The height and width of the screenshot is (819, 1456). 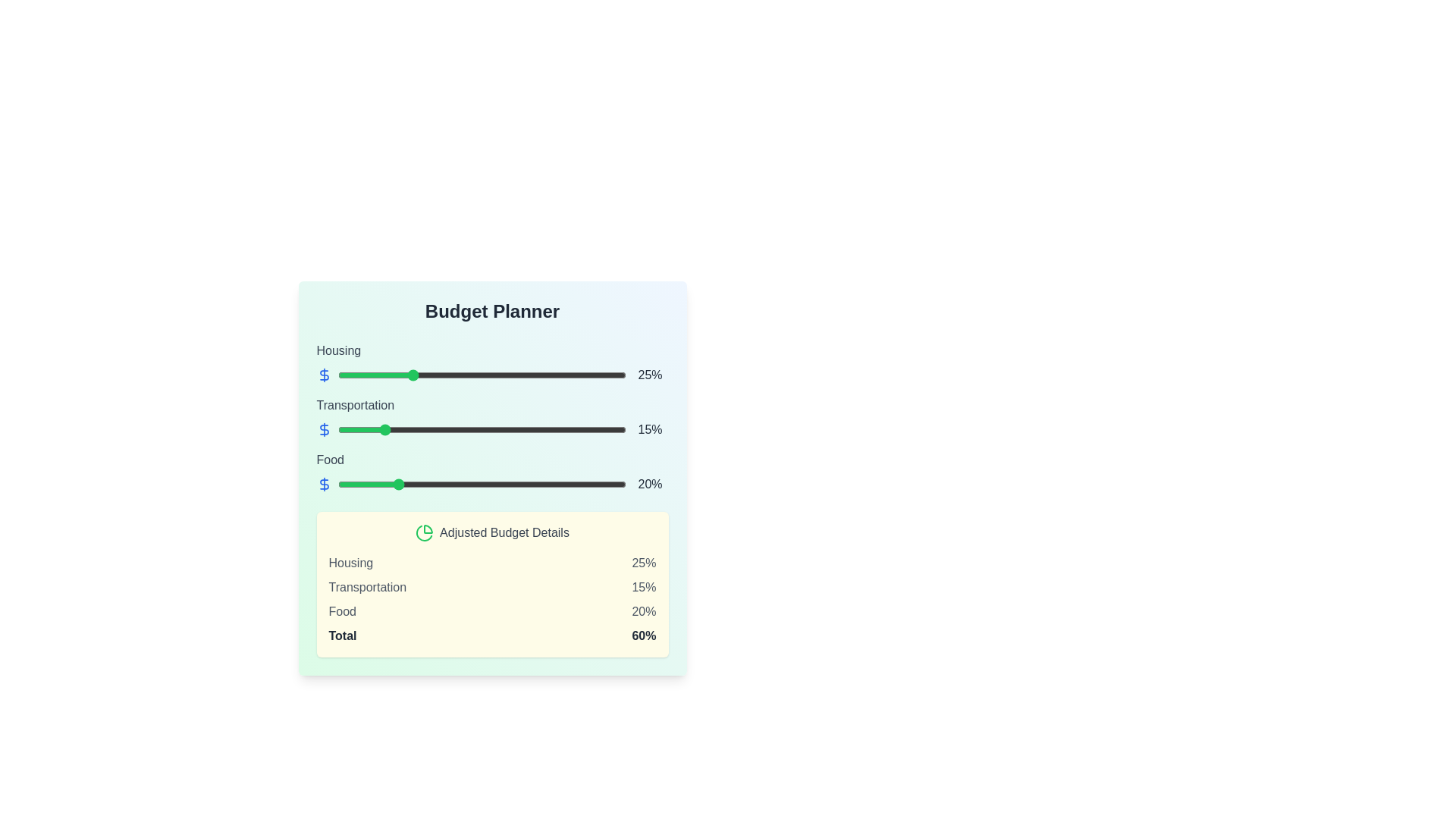 What do you see at coordinates (536, 485) in the screenshot?
I see `the food budget slider` at bounding box center [536, 485].